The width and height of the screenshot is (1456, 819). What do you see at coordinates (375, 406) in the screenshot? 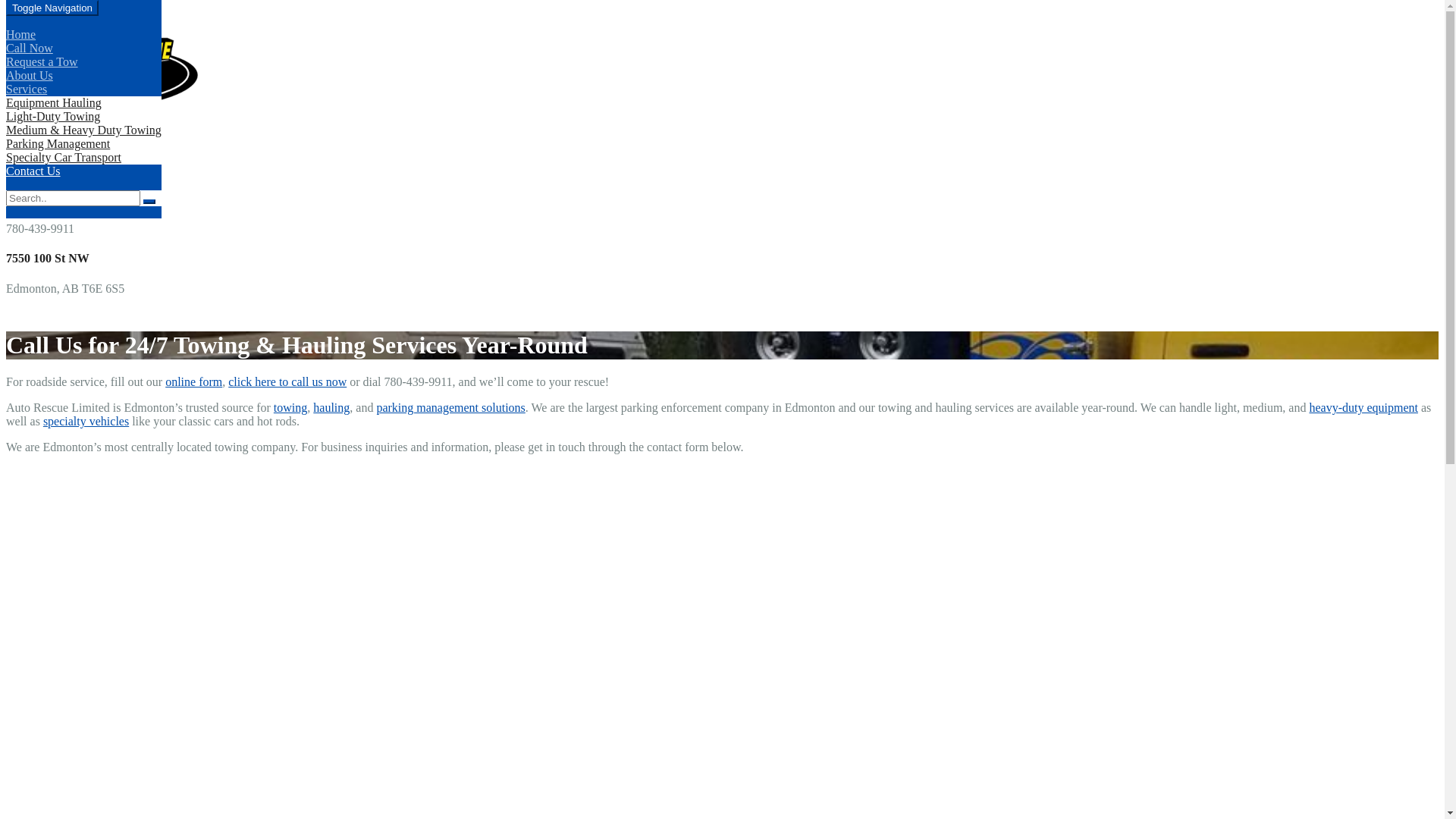
I see `'parking management solutions'` at bounding box center [375, 406].